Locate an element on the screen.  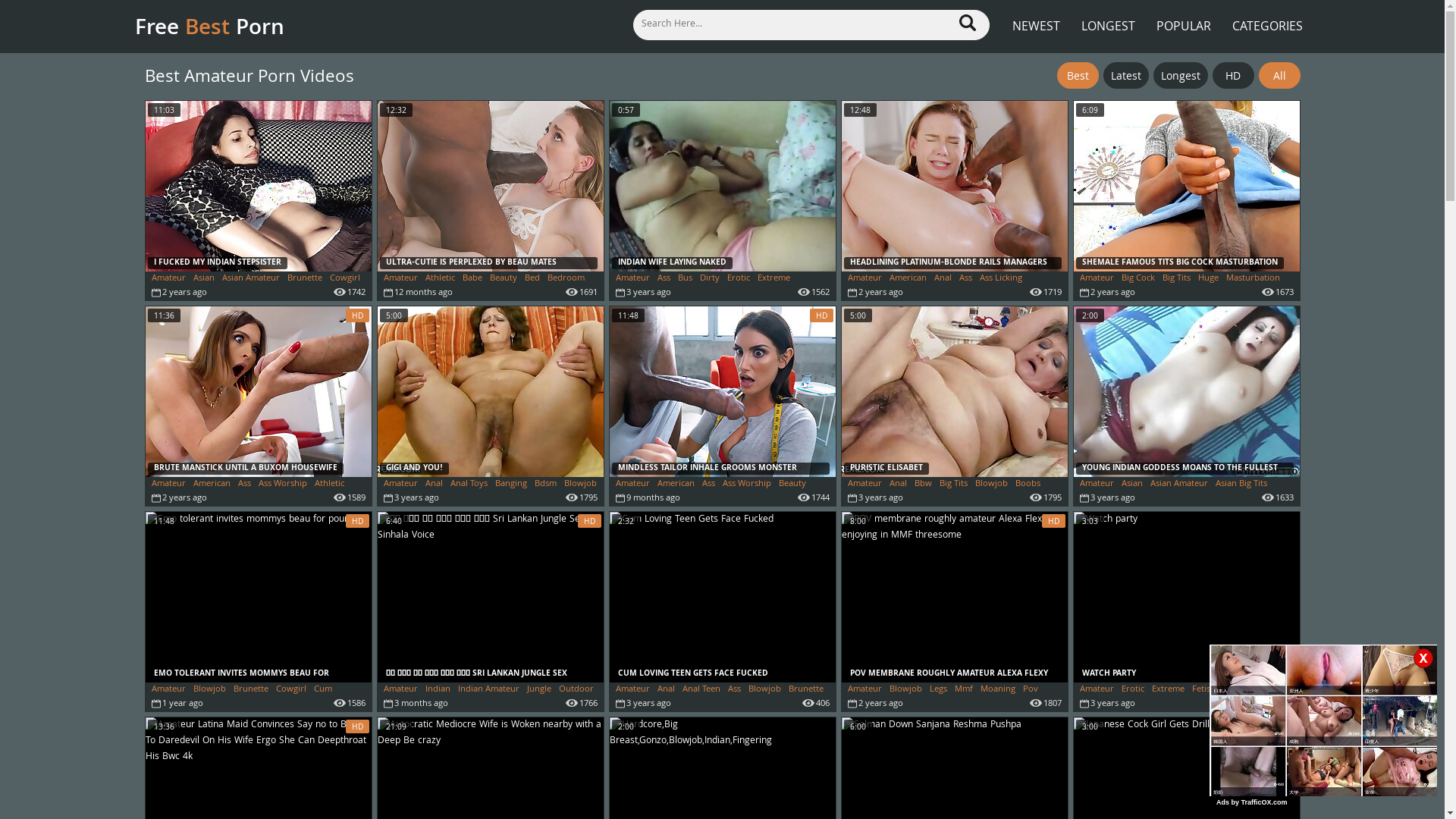
'Ass Worship' is located at coordinates (720, 484).